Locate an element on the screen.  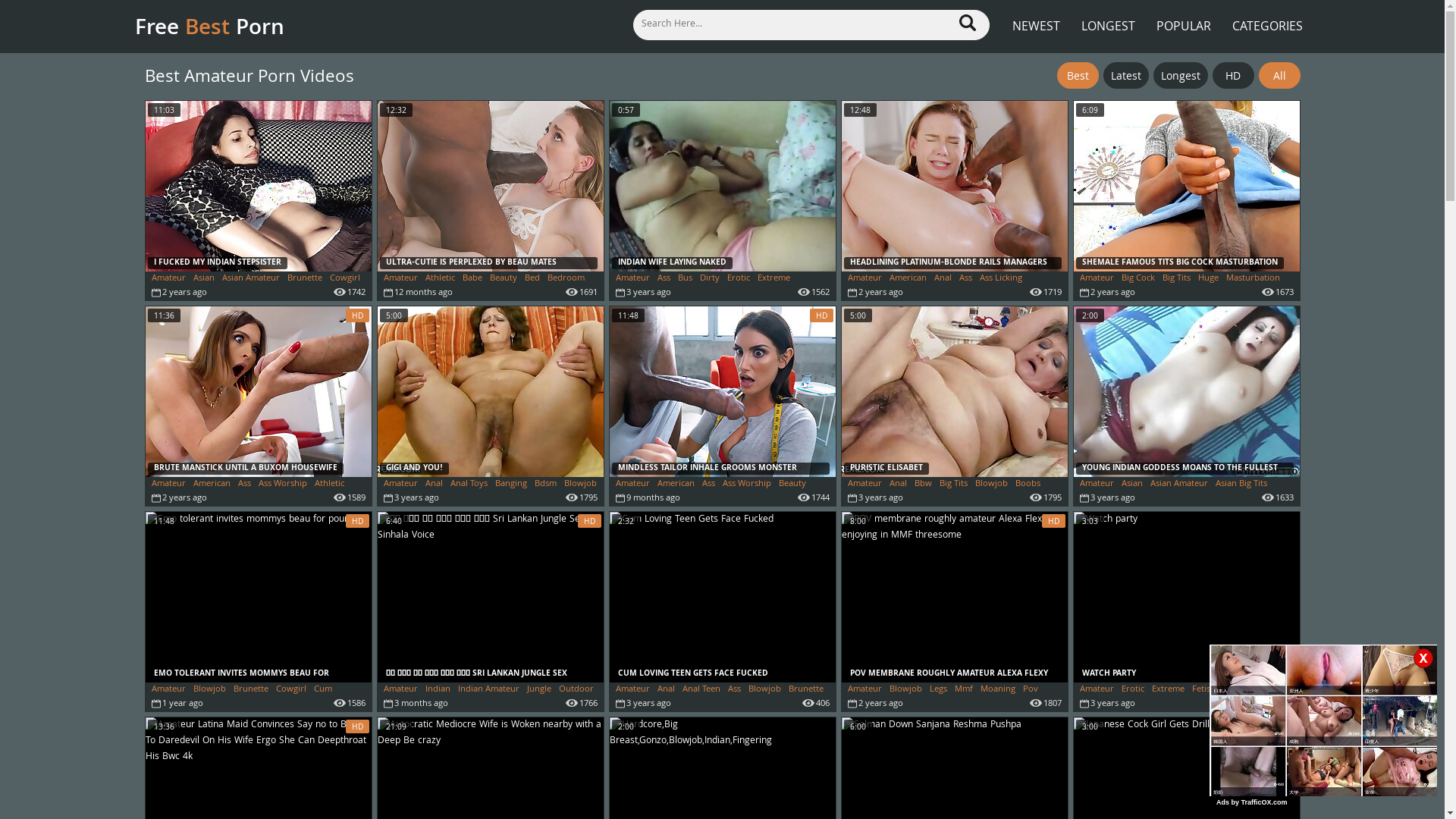
'Ass Worship' is located at coordinates (720, 484).